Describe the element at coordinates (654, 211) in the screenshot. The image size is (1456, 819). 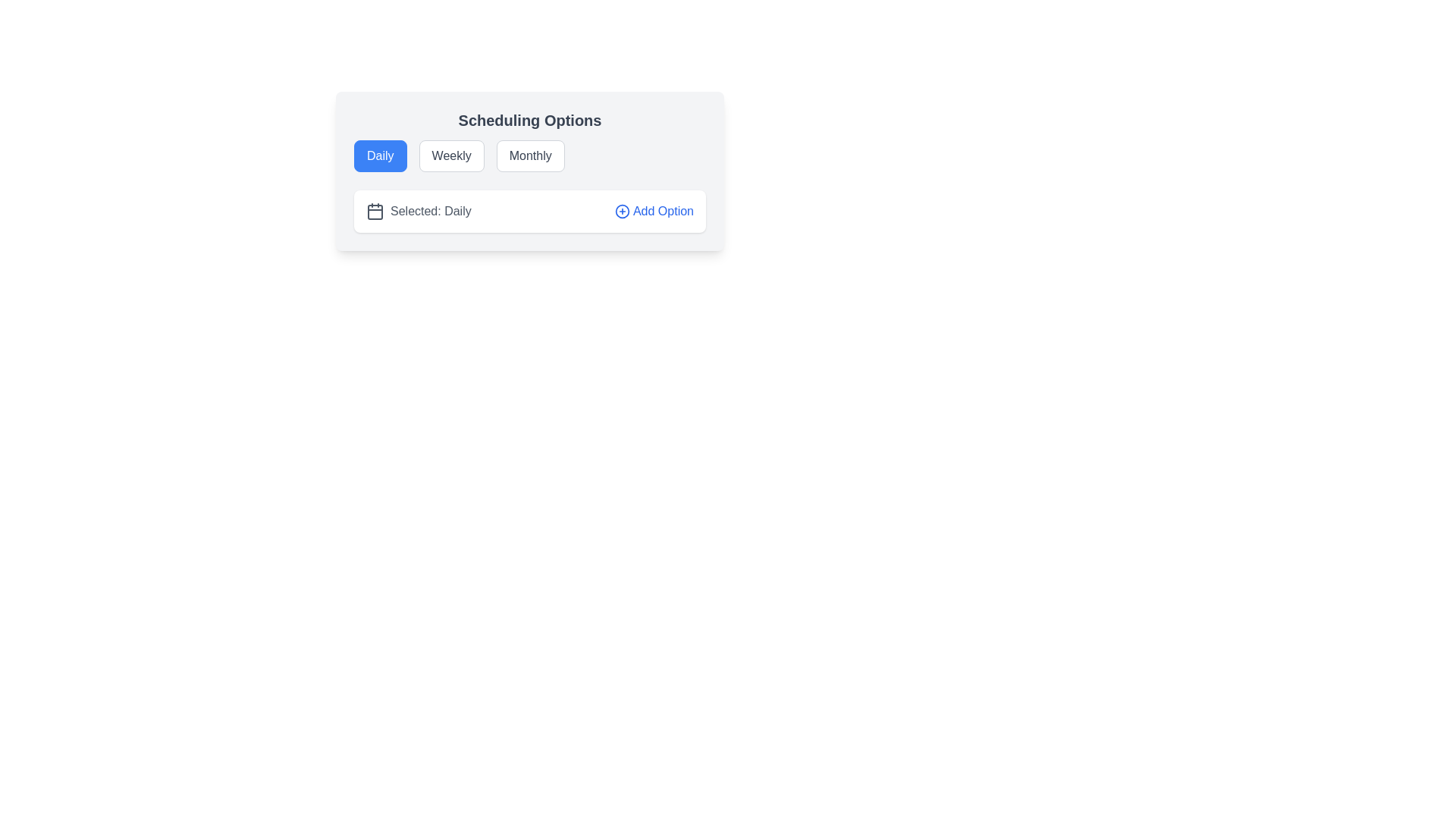
I see `the button located next to the phrase 'Selected: Daily'` at that location.